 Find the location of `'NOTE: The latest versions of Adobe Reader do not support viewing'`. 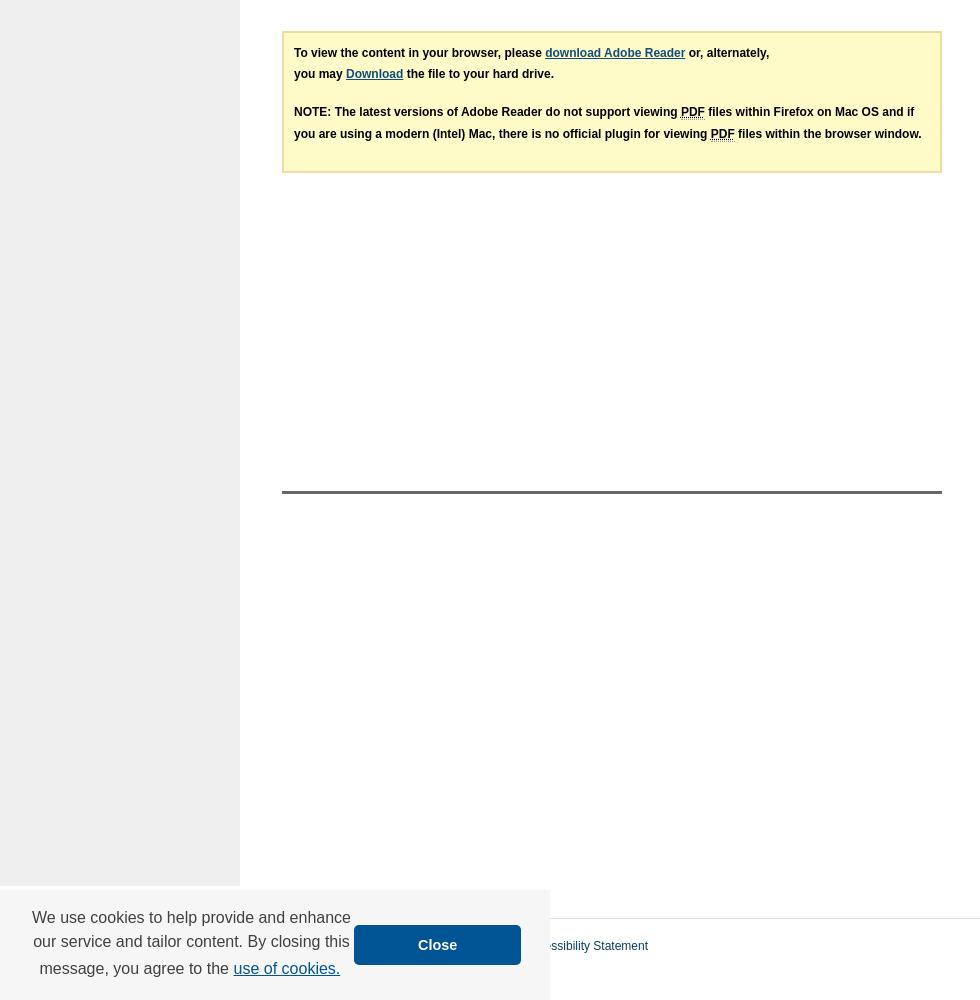

'NOTE: The latest versions of Adobe Reader do not support viewing' is located at coordinates (486, 111).